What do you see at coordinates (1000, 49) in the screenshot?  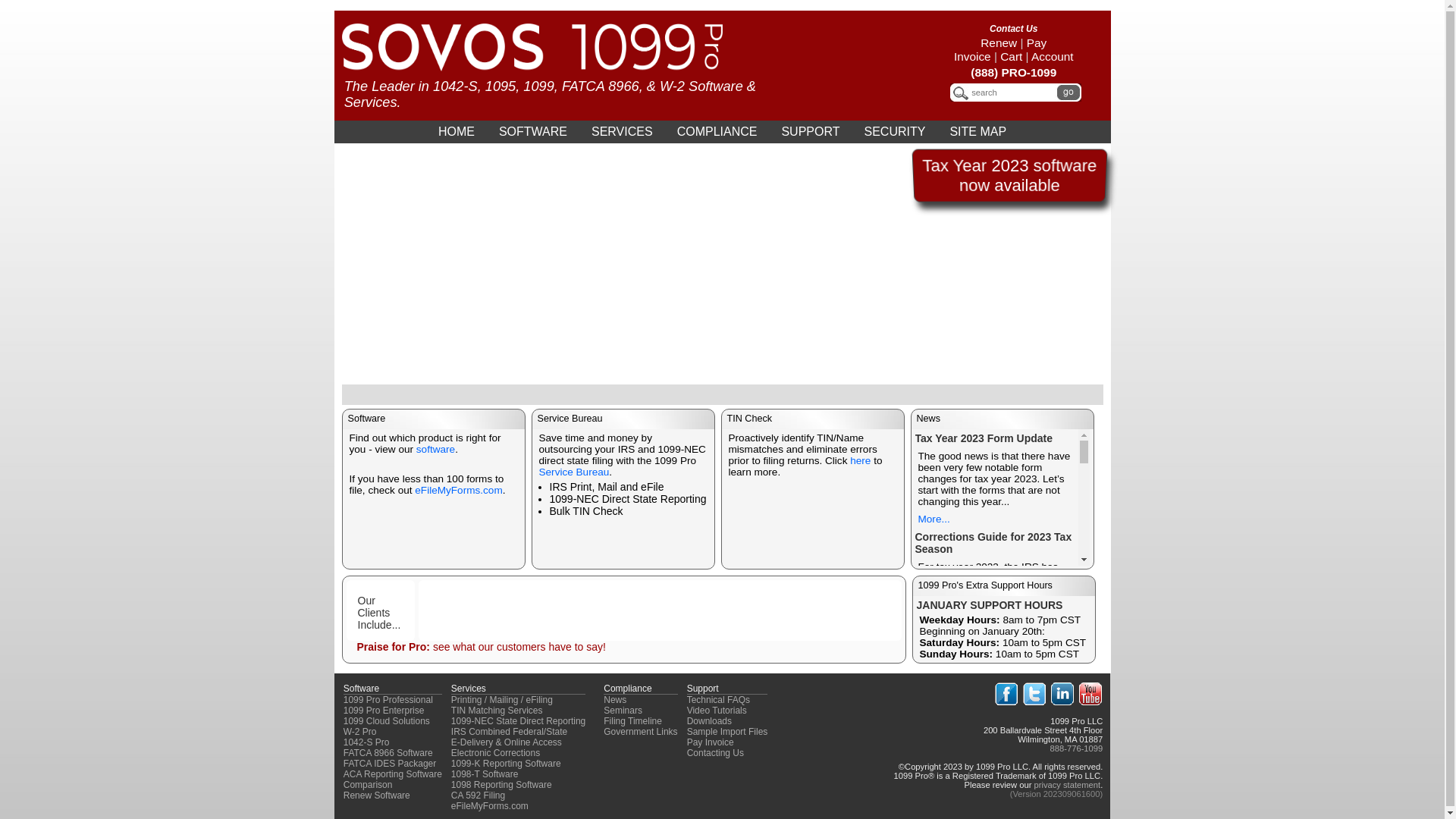 I see `'Pay Invoice'` at bounding box center [1000, 49].